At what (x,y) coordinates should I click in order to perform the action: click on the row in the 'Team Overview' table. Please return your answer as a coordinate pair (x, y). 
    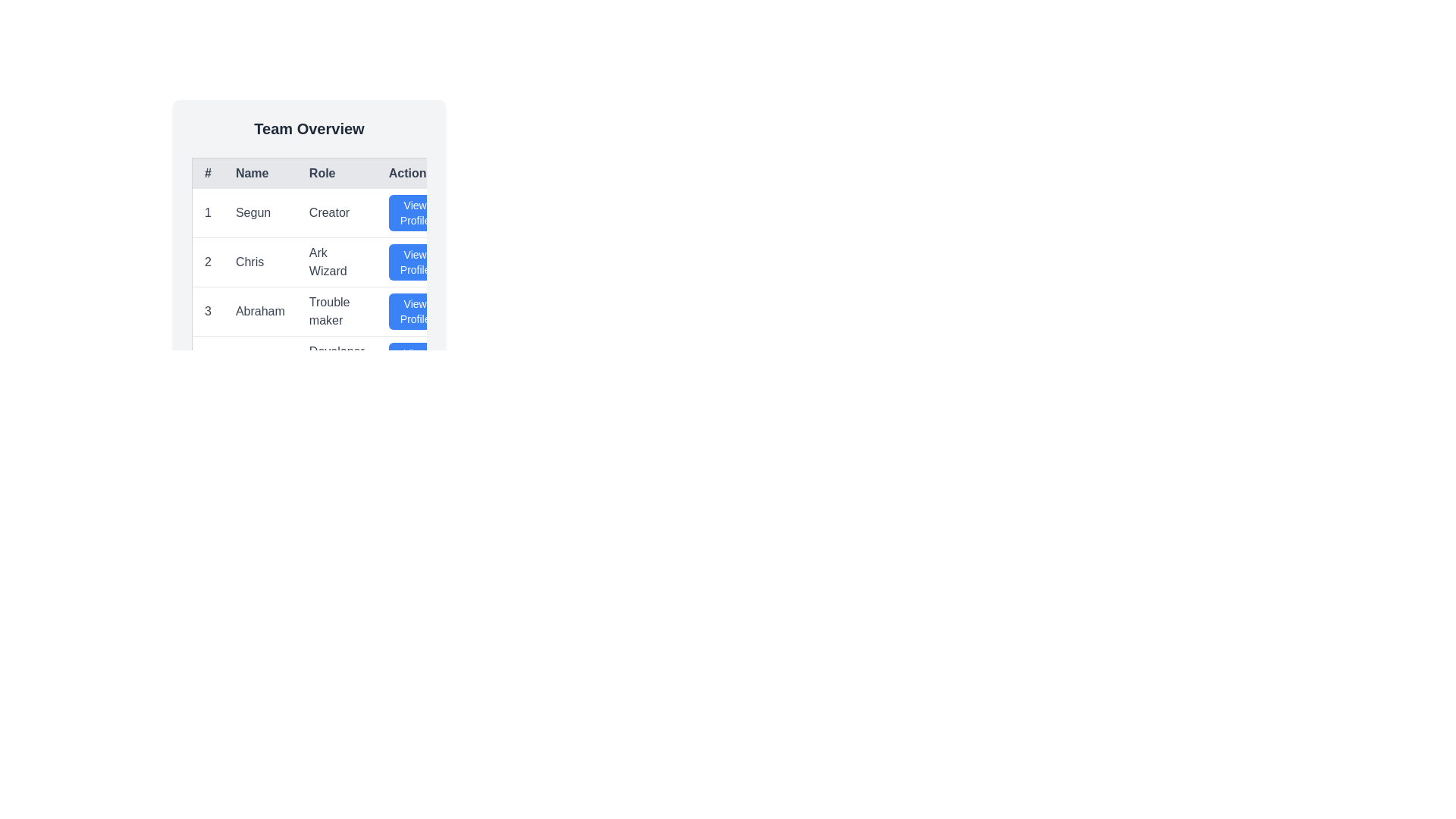
    Looking at the image, I should click on (309, 216).